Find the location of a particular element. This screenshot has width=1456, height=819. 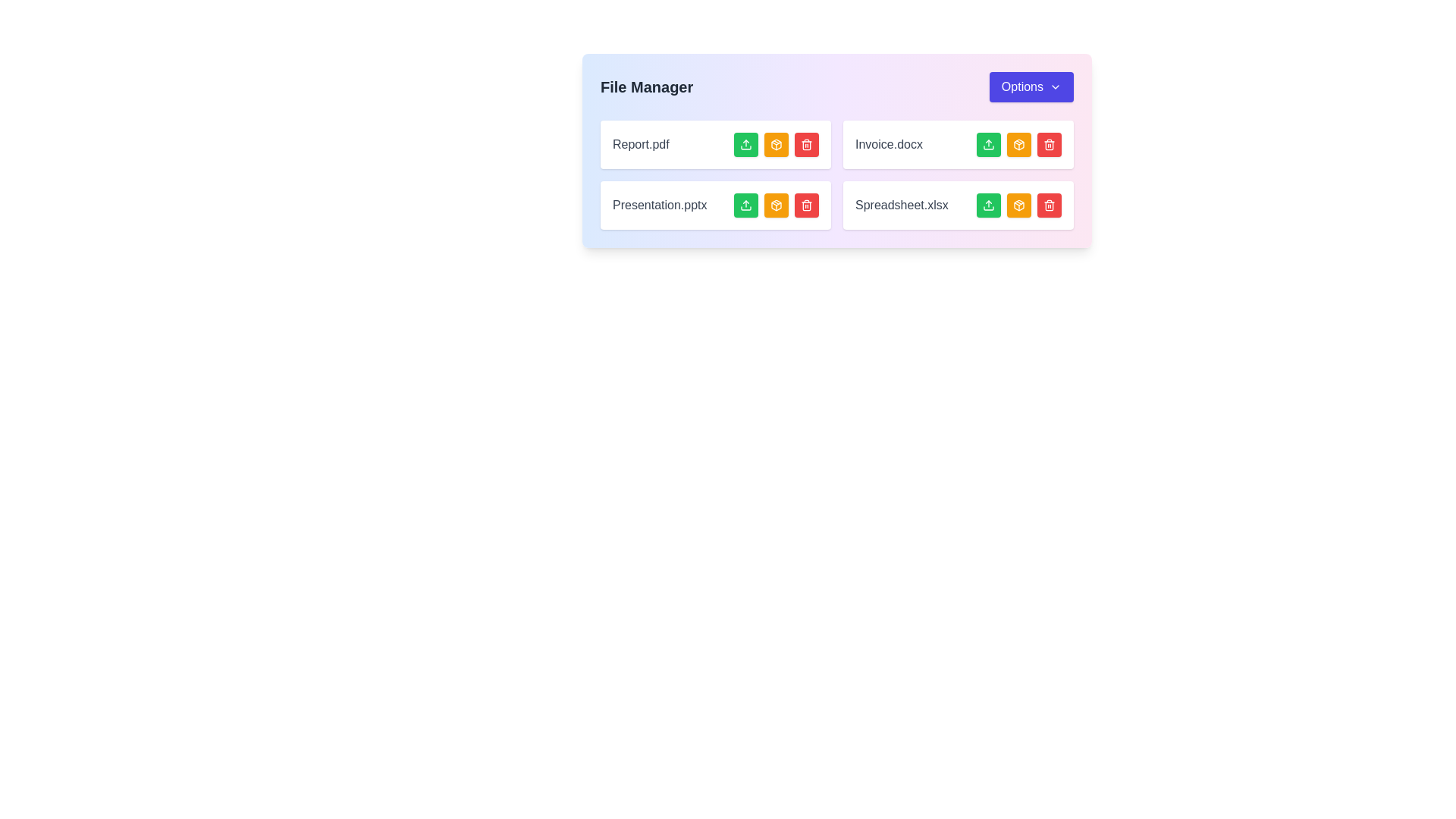

the static text label that displays the name of a file, which is located at the top left of a group of file entry listings, positioned to the left of three action buttons colored green, orange, and red is located at coordinates (641, 145).